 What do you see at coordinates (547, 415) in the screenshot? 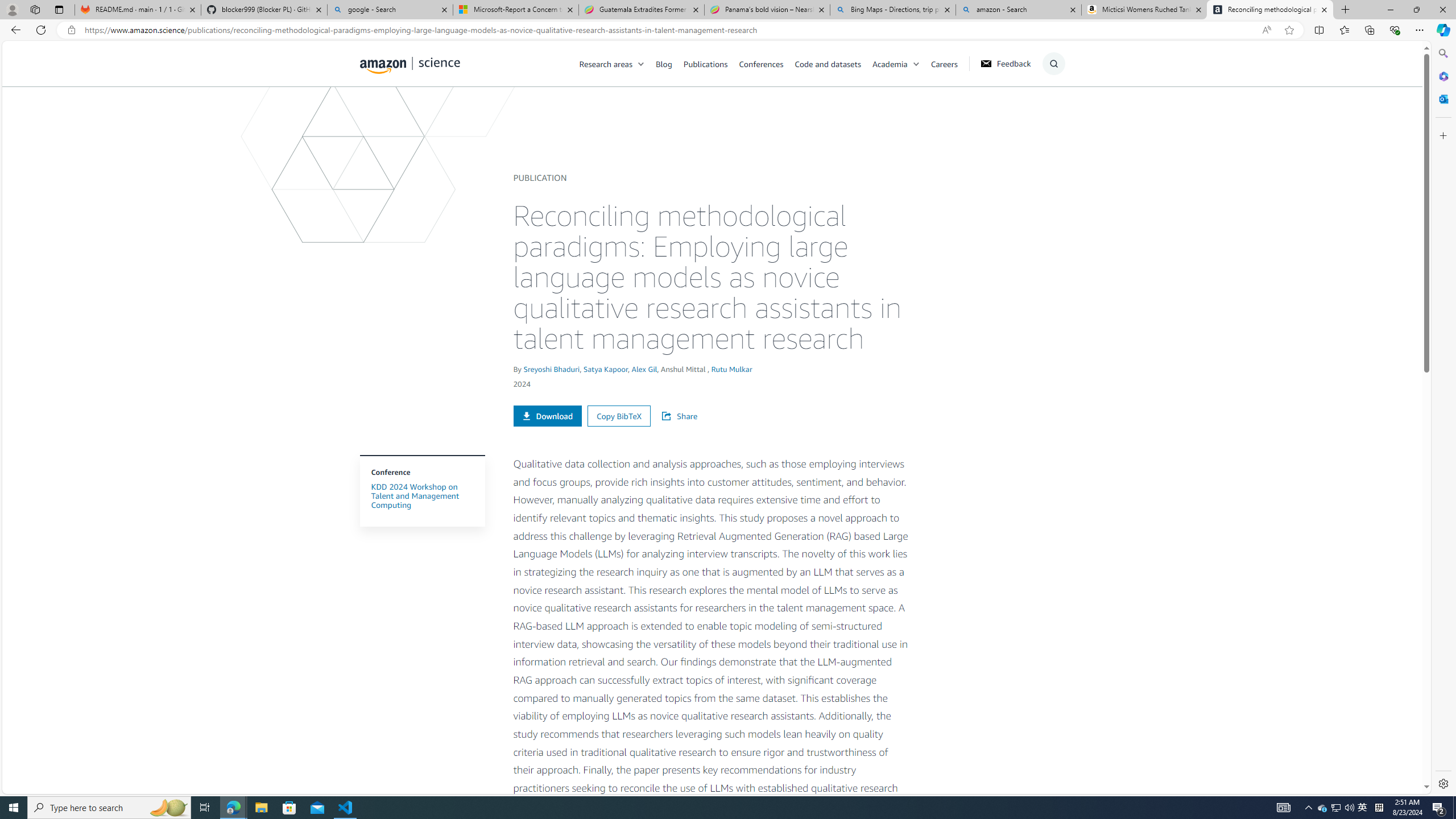
I see `'Download'` at bounding box center [547, 415].